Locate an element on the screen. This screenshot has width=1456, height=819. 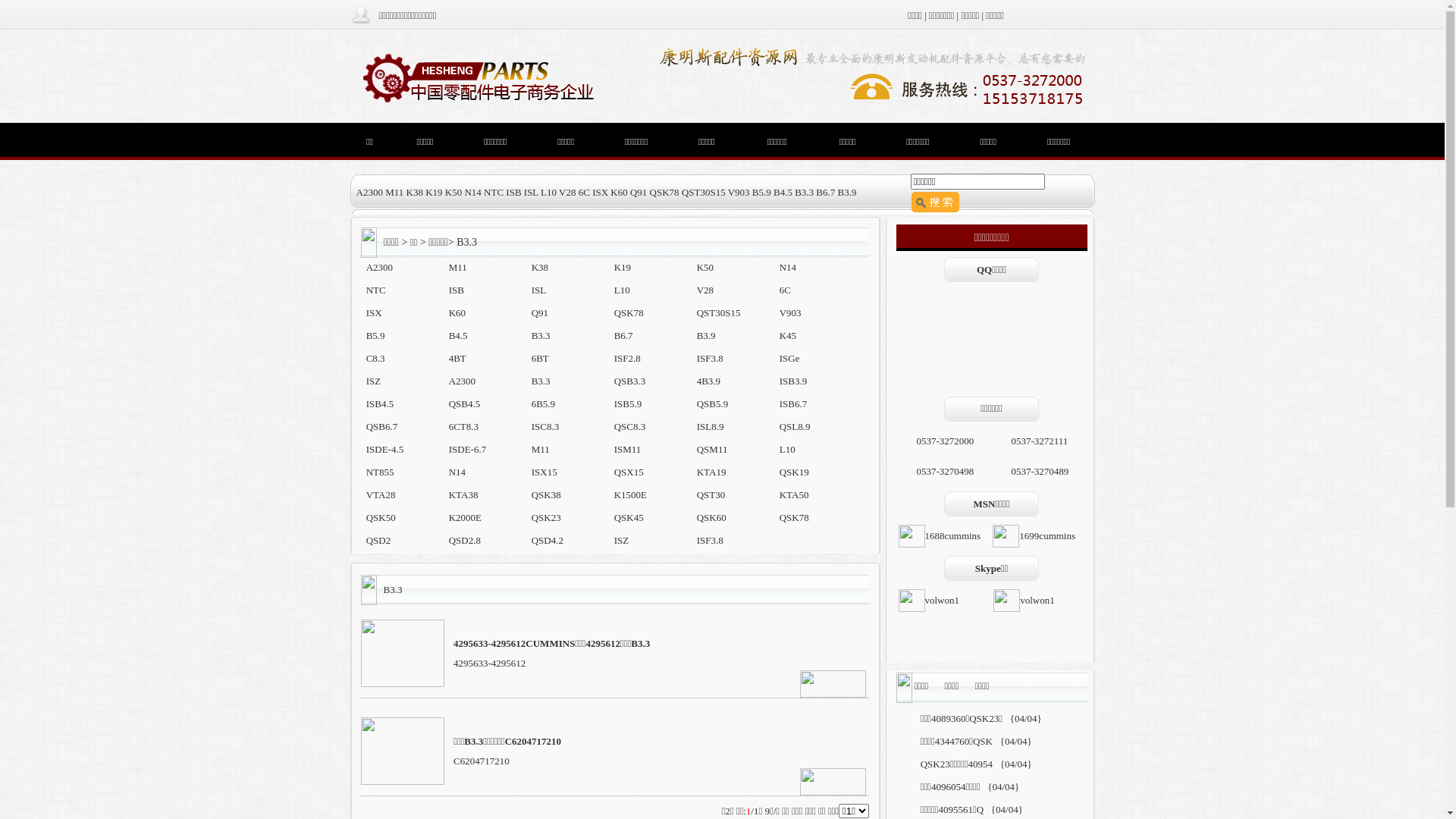
'VTA28' is located at coordinates (381, 494).